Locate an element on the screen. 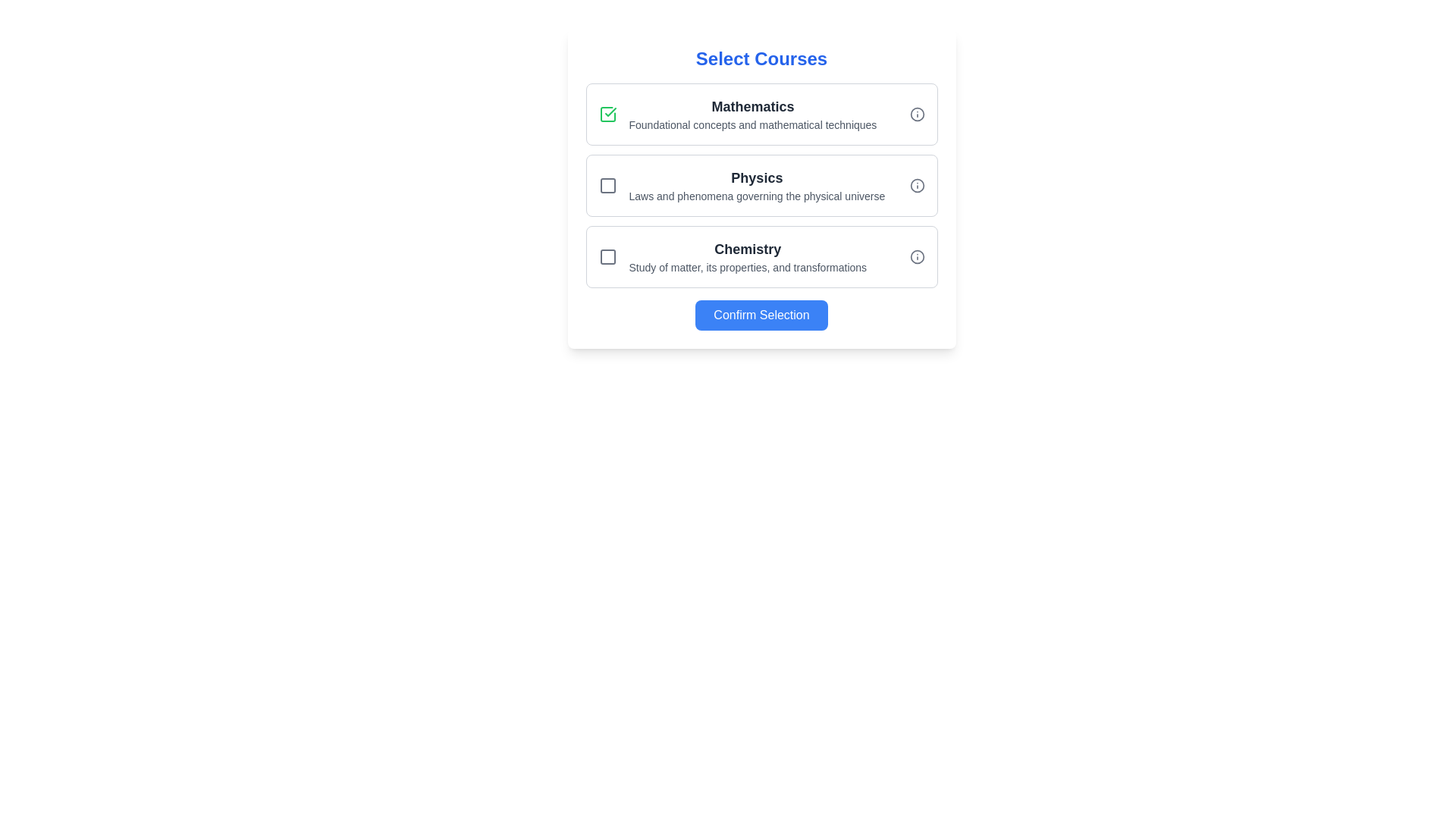 The height and width of the screenshot is (819, 1456). the second selectable option labeled 'Physics' is located at coordinates (742, 185).